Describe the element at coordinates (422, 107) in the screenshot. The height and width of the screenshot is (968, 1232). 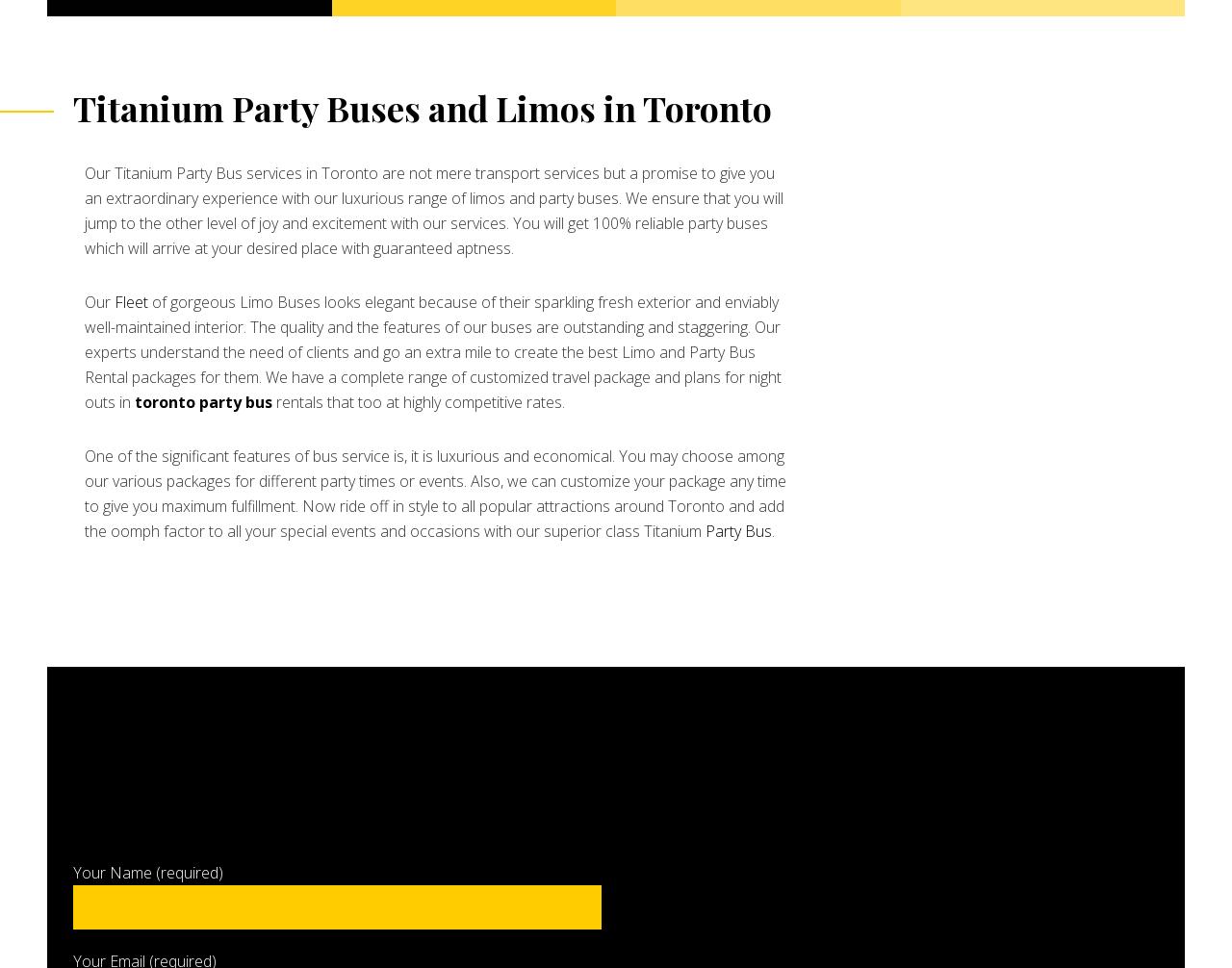
I see `'Titanium Party Buses and Limos in Toronto'` at that location.